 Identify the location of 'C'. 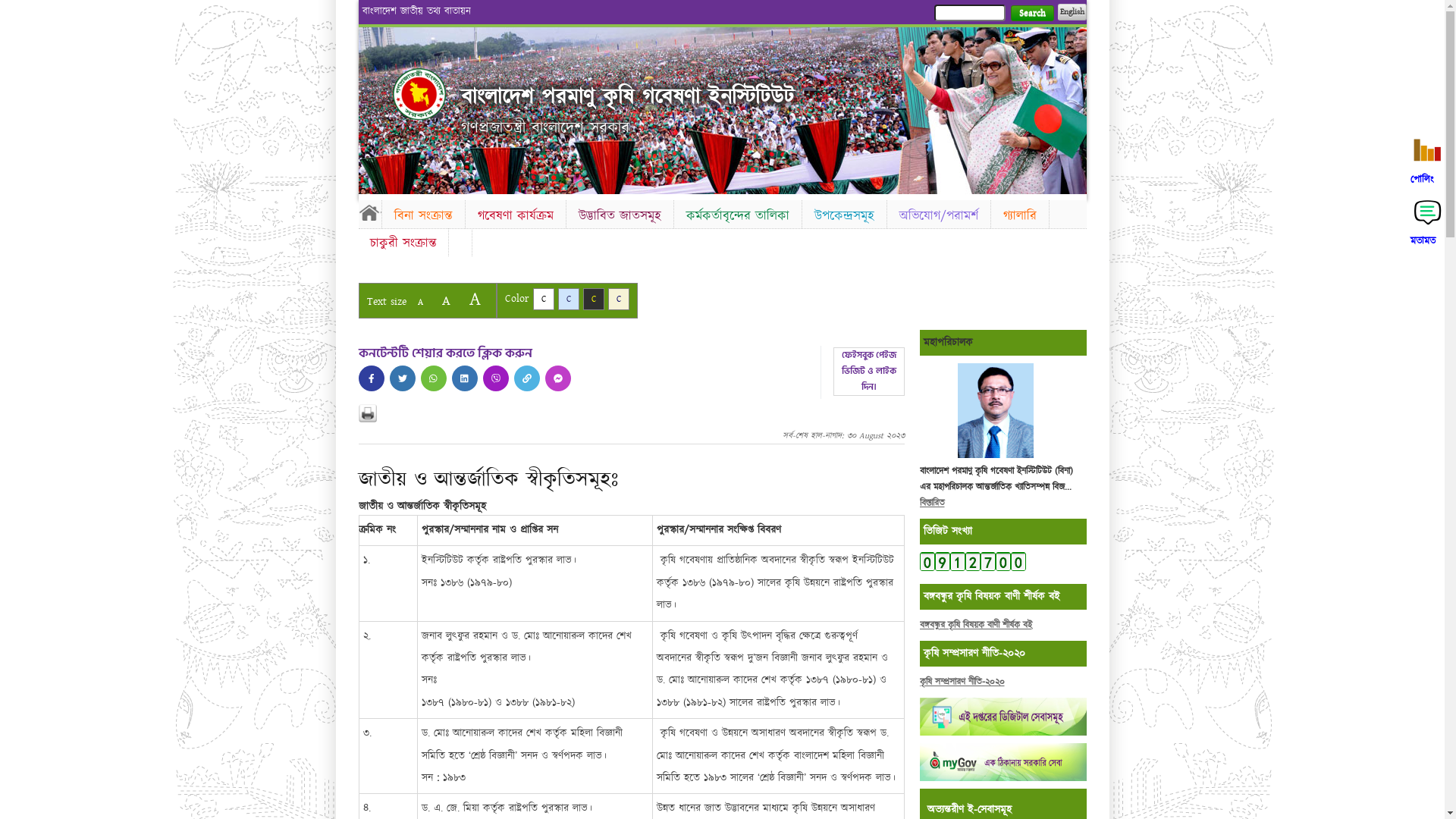
(567, 299).